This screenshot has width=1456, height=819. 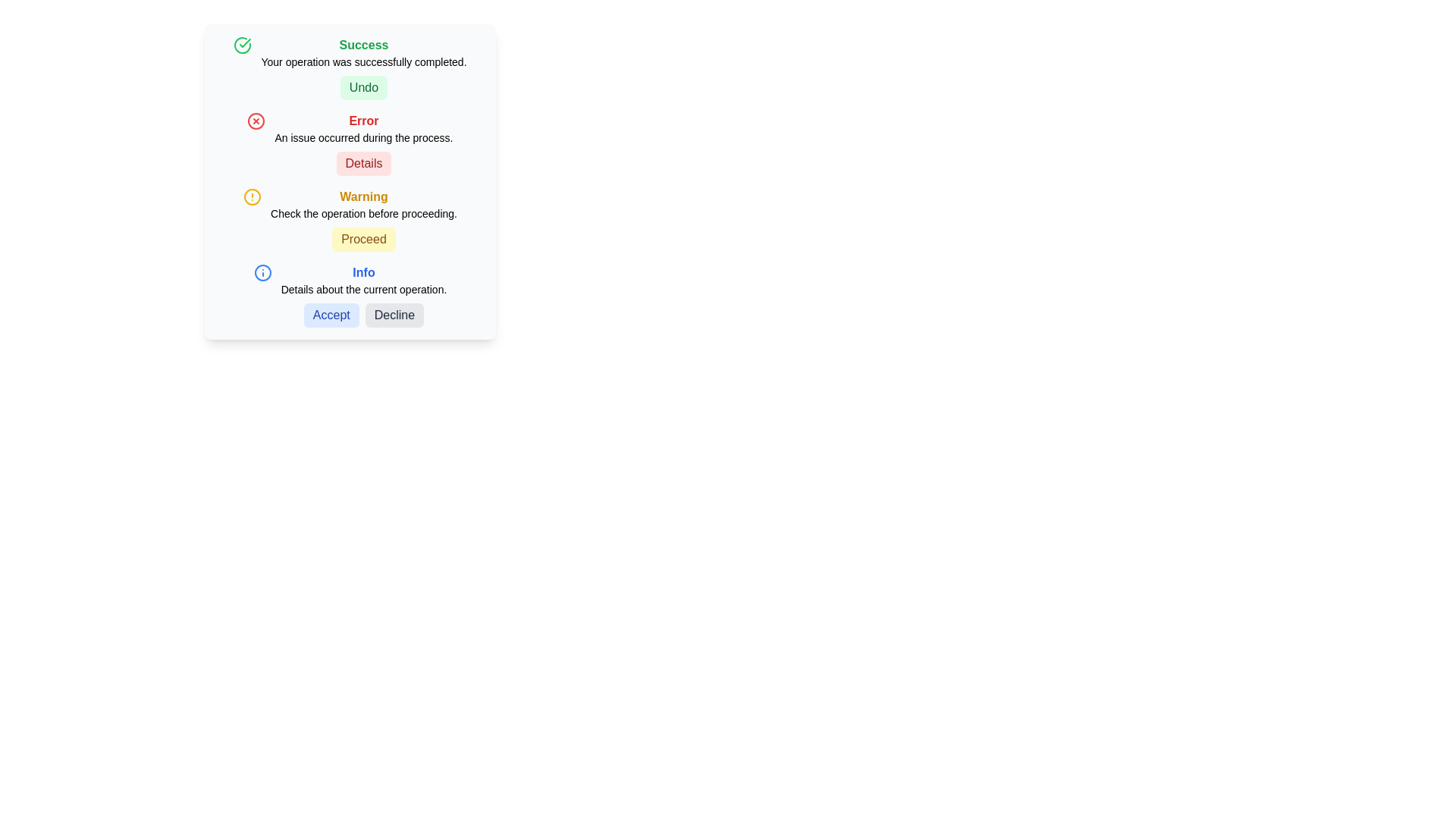 I want to click on the circular success icon located near the top of the interface, slightly to the left of the 'Success' label, so click(x=245, y=42).